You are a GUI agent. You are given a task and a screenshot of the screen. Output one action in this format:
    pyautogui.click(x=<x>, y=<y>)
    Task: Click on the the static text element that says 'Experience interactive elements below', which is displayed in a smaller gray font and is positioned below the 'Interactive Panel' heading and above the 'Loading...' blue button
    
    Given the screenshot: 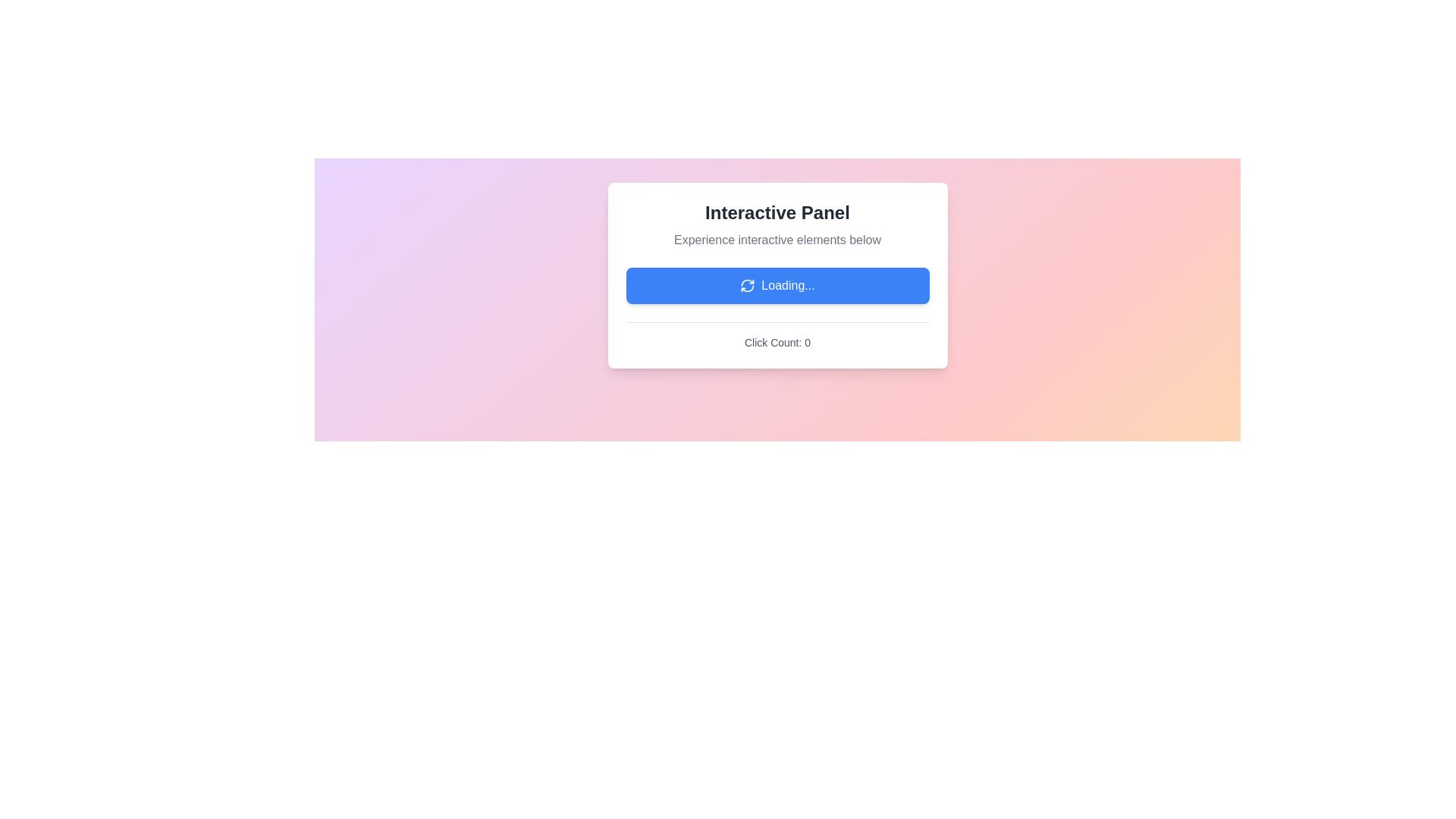 What is the action you would take?
    pyautogui.click(x=777, y=239)
    